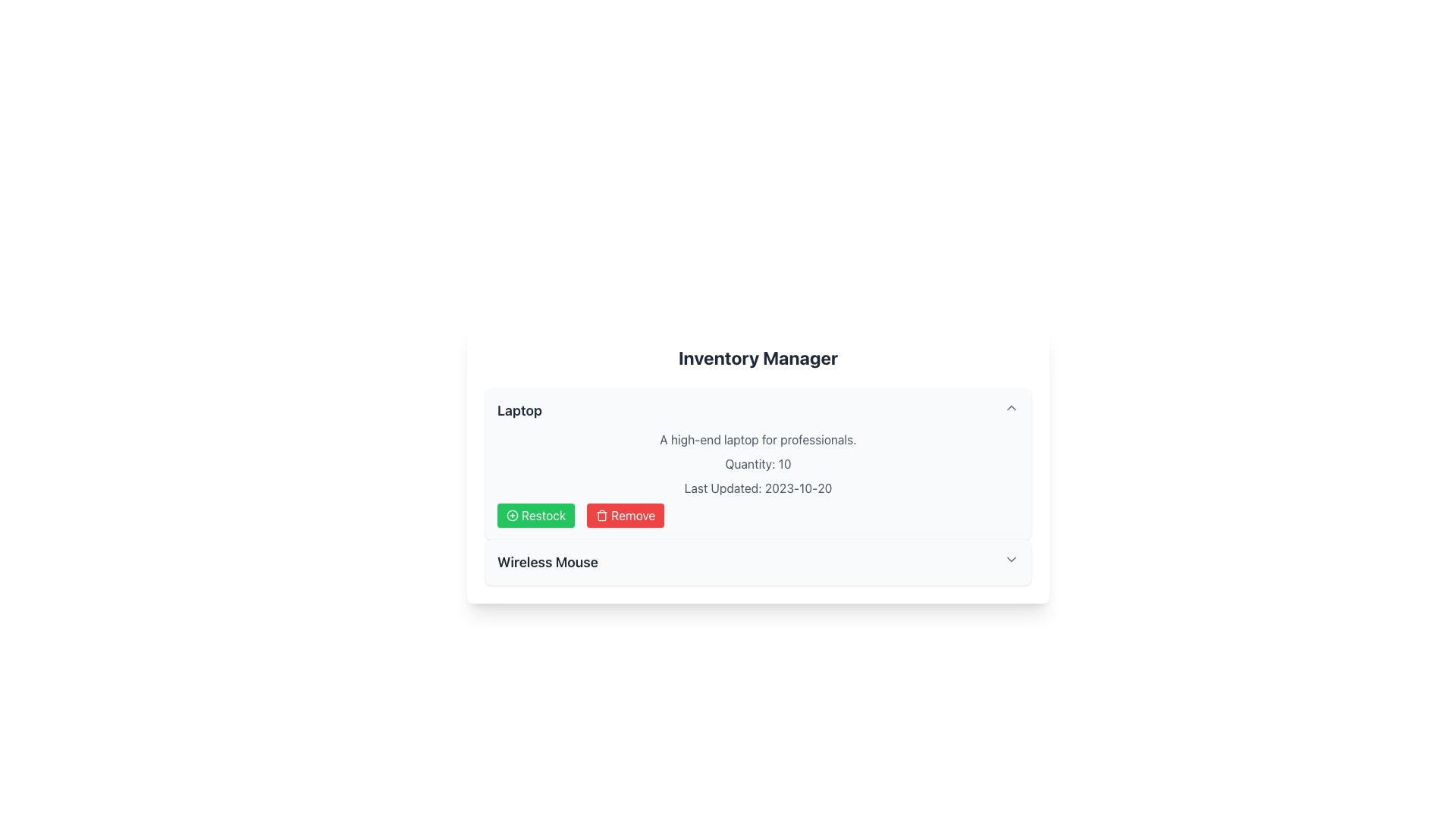 The height and width of the screenshot is (819, 1456). What do you see at coordinates (519, 411) in the screenshot?
I see `the title text element at the top left of the item entry` at bounding box center [519, 411].